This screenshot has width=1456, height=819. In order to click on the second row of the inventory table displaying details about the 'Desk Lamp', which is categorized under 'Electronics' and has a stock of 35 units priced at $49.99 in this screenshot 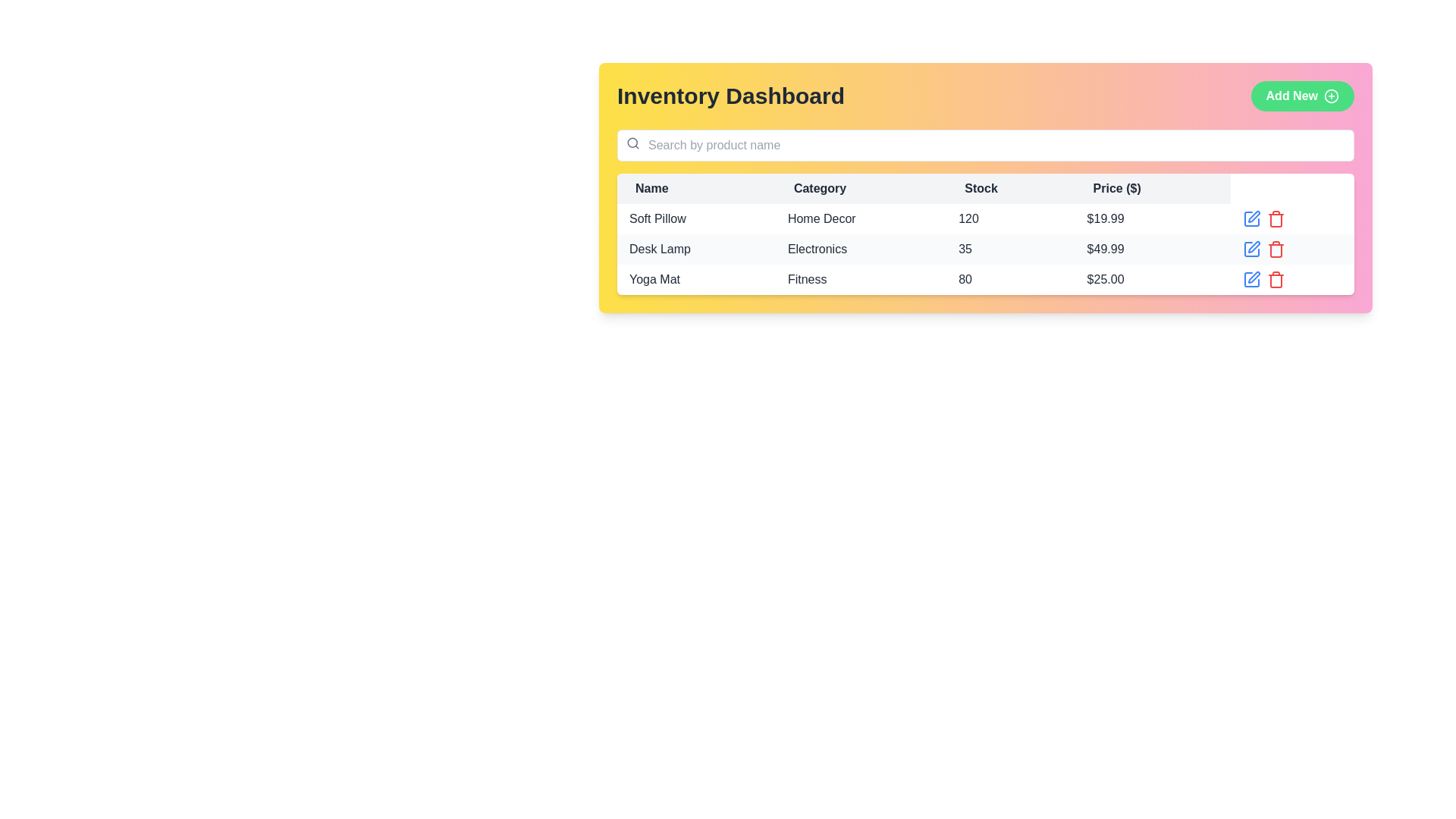, I will do `click(986, 248)`.